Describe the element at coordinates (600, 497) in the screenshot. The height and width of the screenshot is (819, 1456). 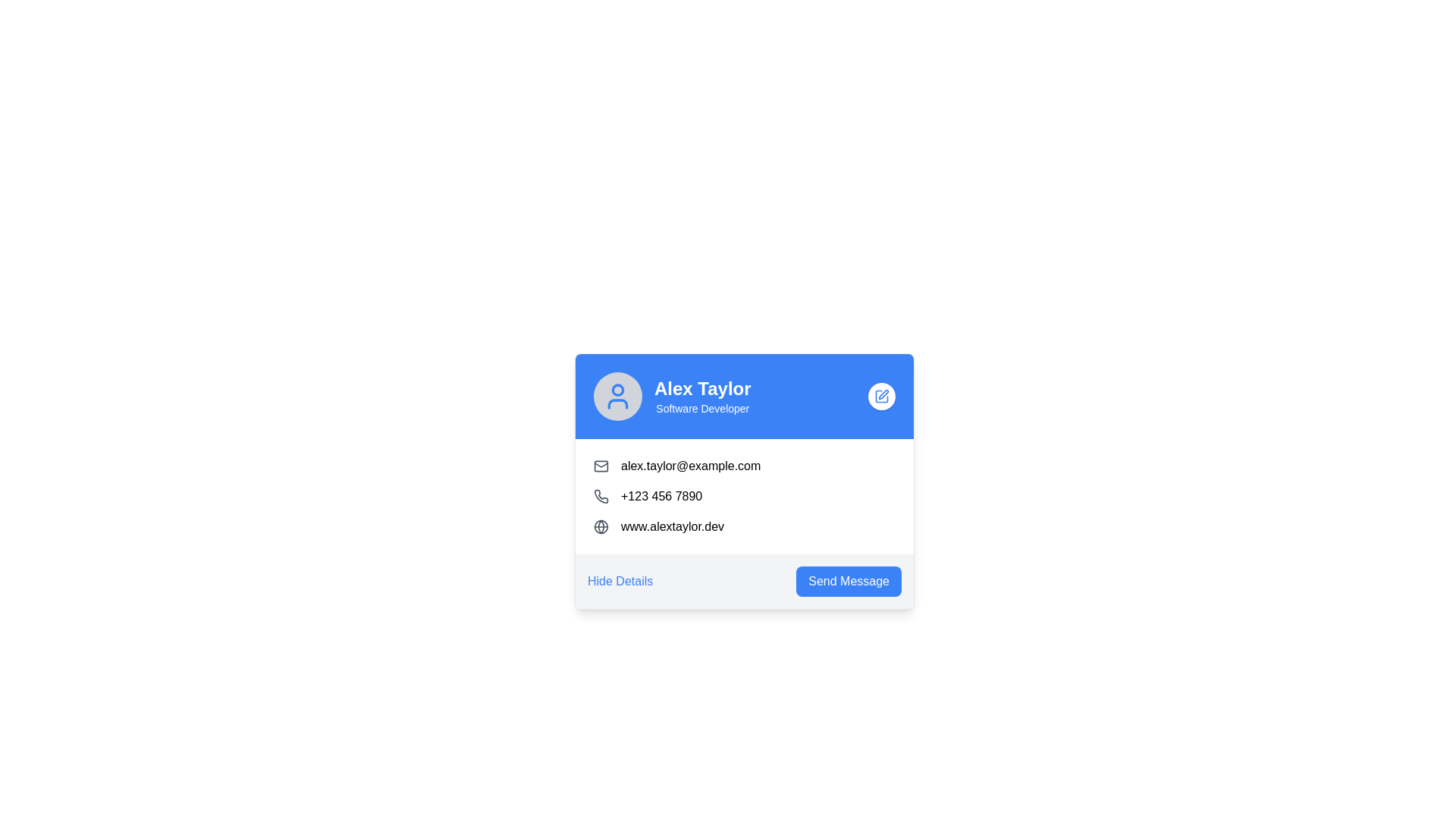
I see `the phone icon located in the second row of the contact information section to the left of the phone number '+123 456 7890'` at that location.